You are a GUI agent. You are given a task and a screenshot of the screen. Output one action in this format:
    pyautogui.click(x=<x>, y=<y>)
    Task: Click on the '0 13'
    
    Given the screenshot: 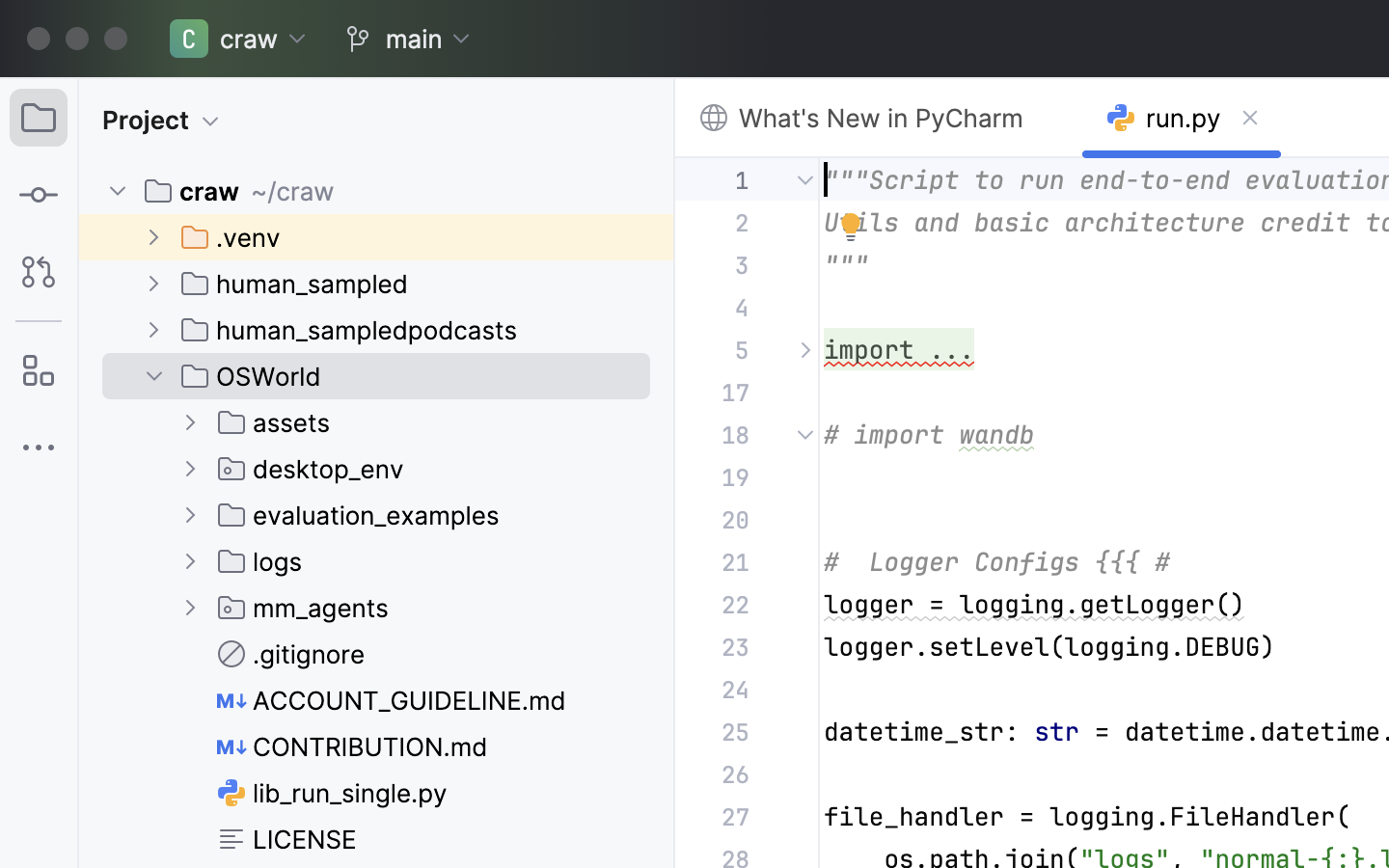 What is the action you would take?
    pyautogui.click(x=38, y=32)
    